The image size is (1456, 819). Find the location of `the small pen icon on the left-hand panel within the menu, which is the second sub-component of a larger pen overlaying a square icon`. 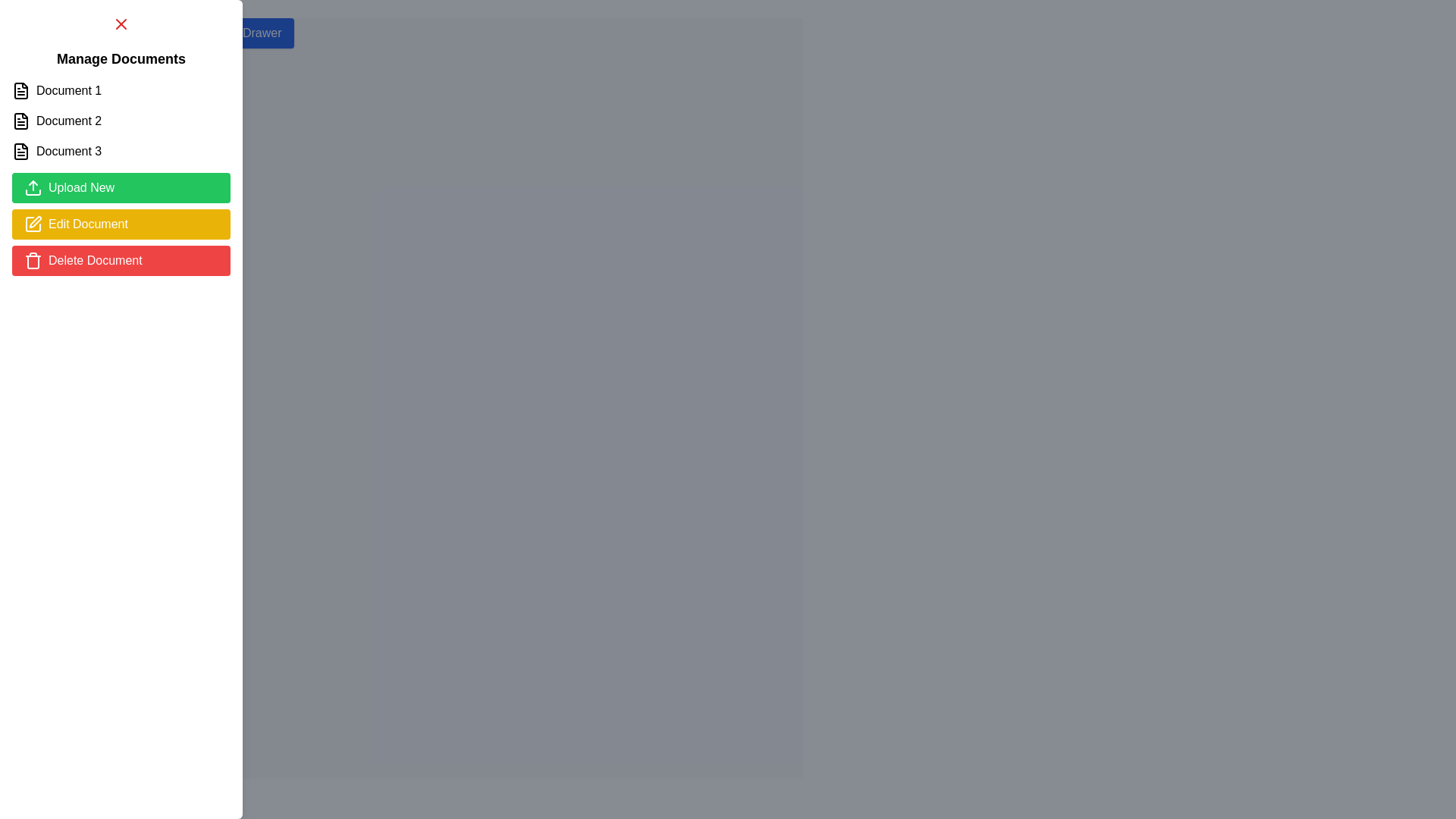

the small pen icon on the left-hand panel within the menu, which is the second sub-component of a larger pen overlaying a square icon is located at coordinates (36, 222).